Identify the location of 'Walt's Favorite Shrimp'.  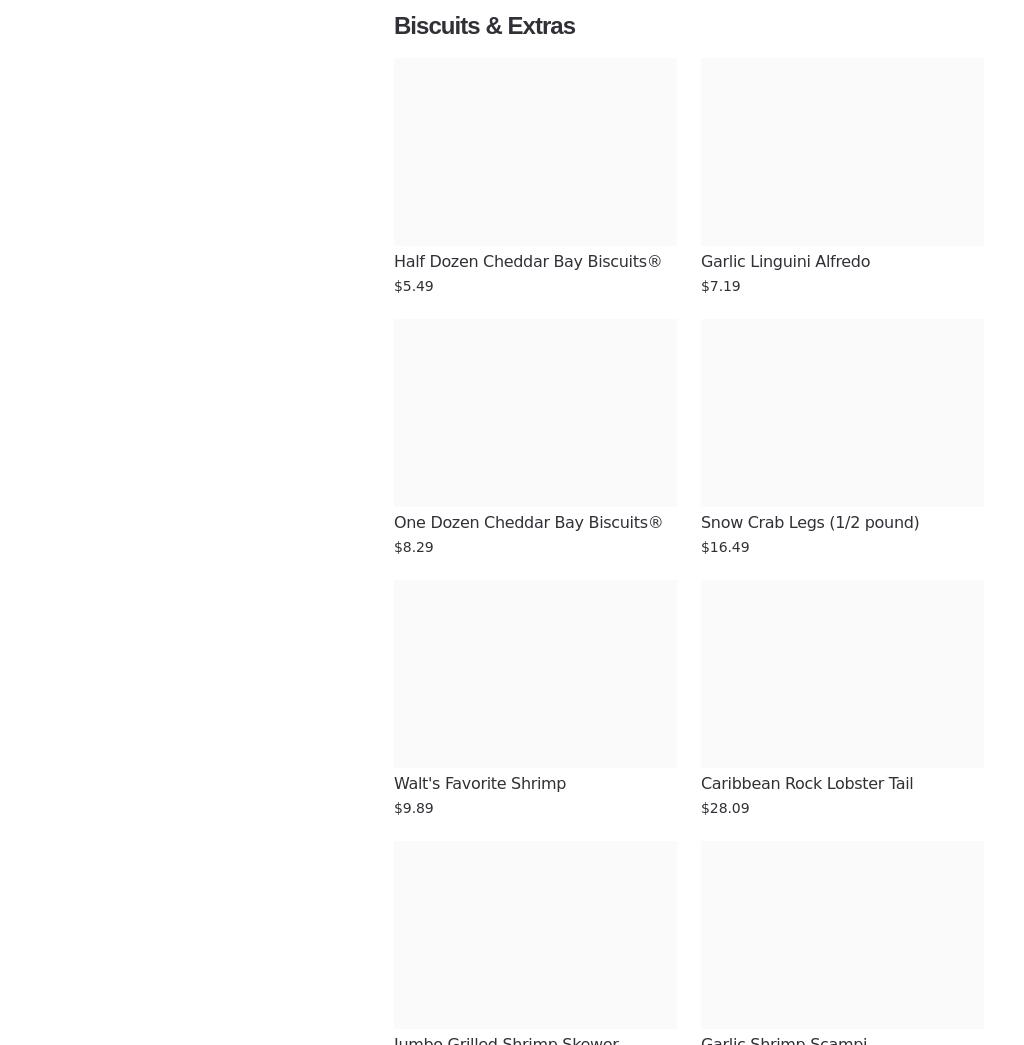
(393, 783).